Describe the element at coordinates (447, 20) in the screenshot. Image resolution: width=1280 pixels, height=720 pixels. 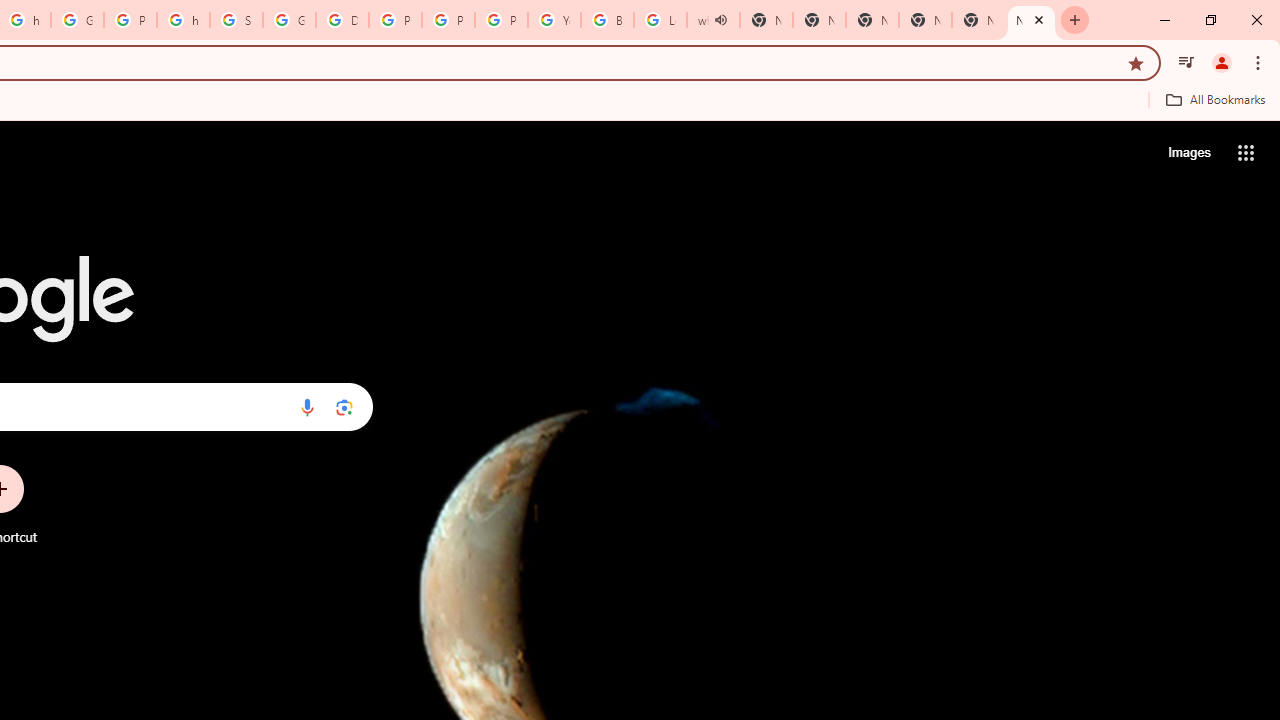
I see `'Privacy Help Center - Policies Help'` at that location.